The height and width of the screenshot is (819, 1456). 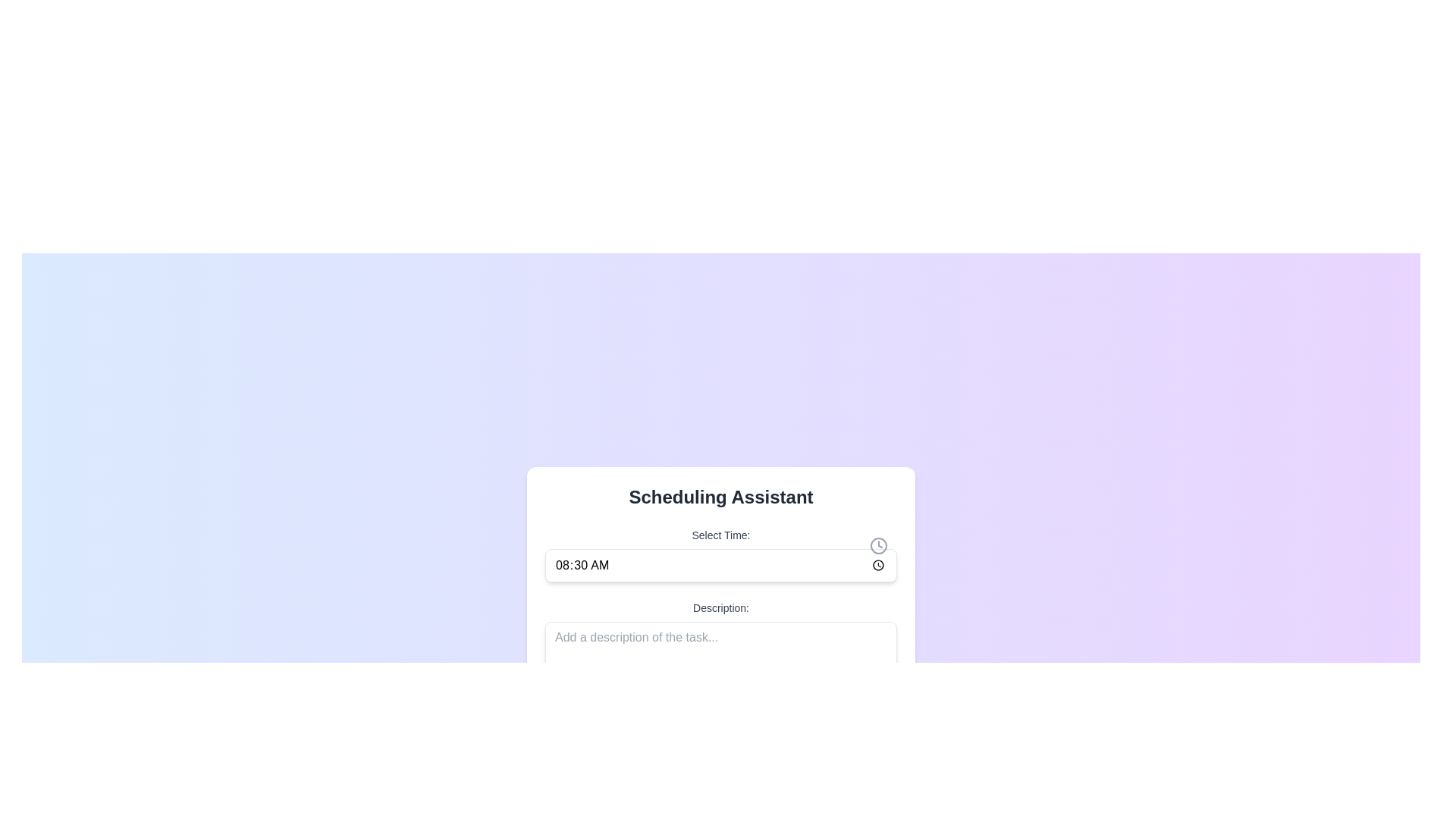 I want to click on the Time picker input field which is styled with rounded corners and currently displays '08:30 AM' for editing the time, so click(x=720, y=564).